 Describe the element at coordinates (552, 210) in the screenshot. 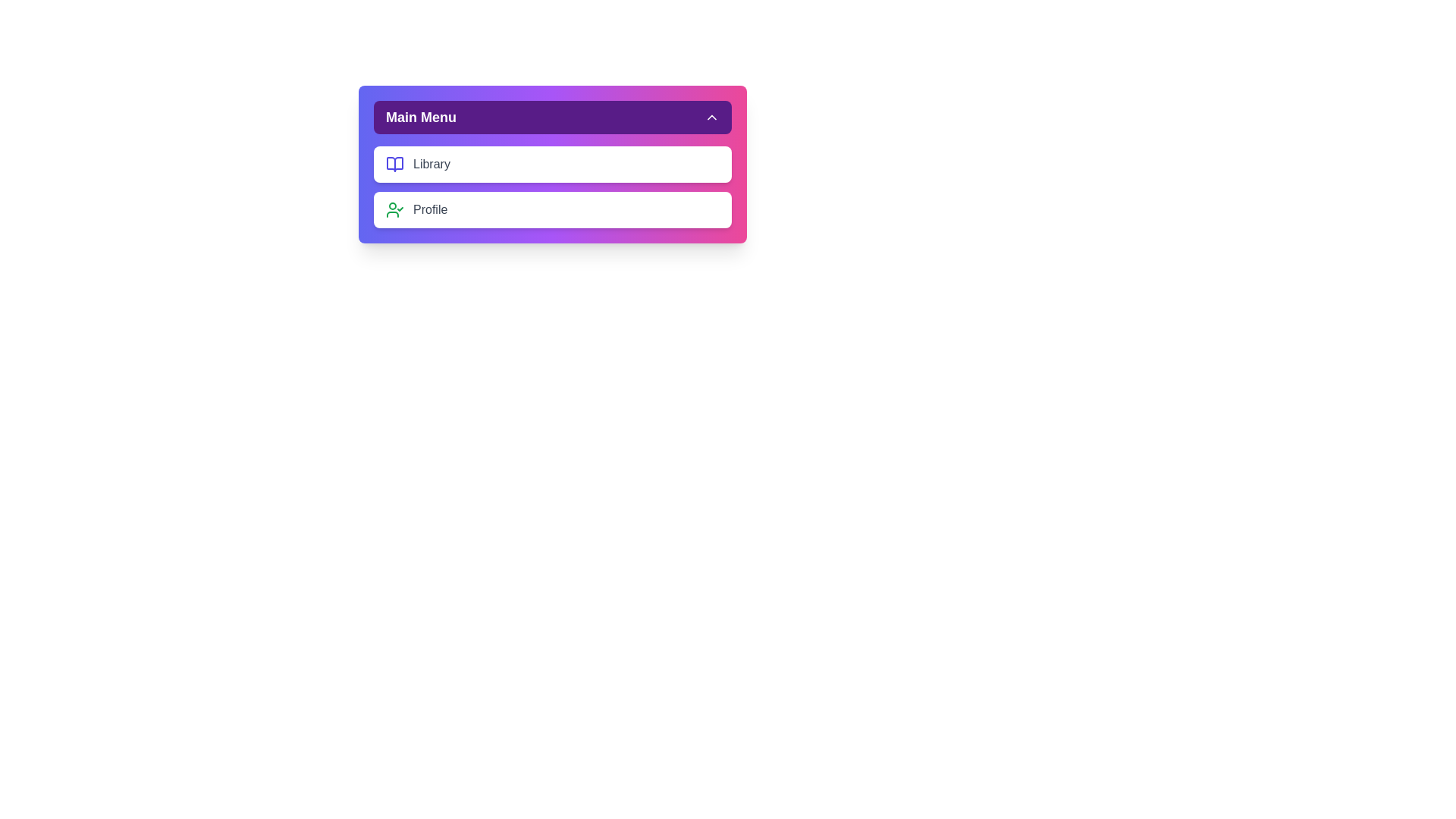

I see `the 'Profile' menu option, which is the second item under the 'Main Menu' section, located beneath the 'Library' item` at that location.